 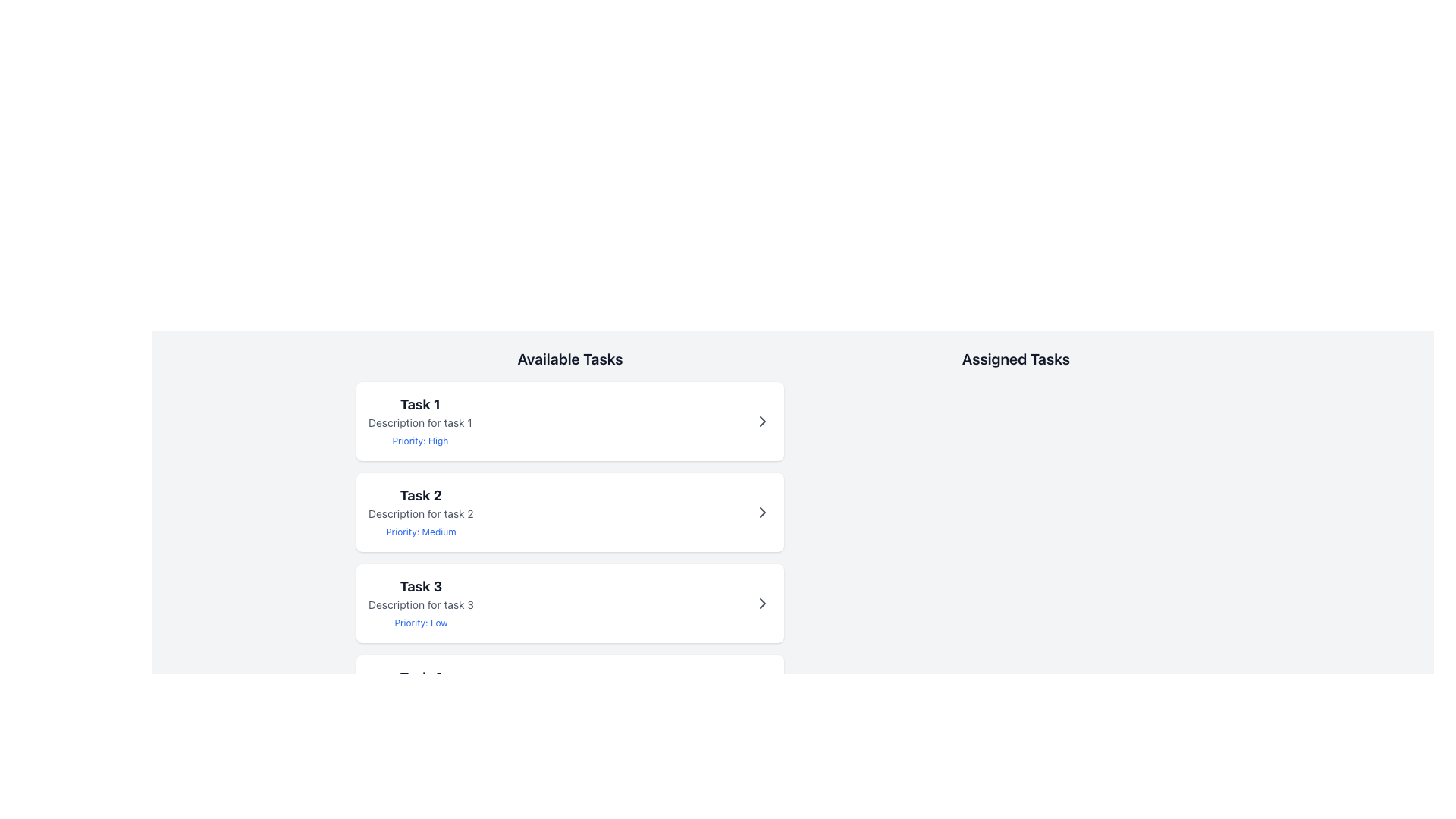 What do you see at coordinates (421, 513) in the screenshot?
I see `the Text Label providing additional information related to 'Task 2', located within the task card beneath the main title and above the priority level text` at bounding box center [421, 513].